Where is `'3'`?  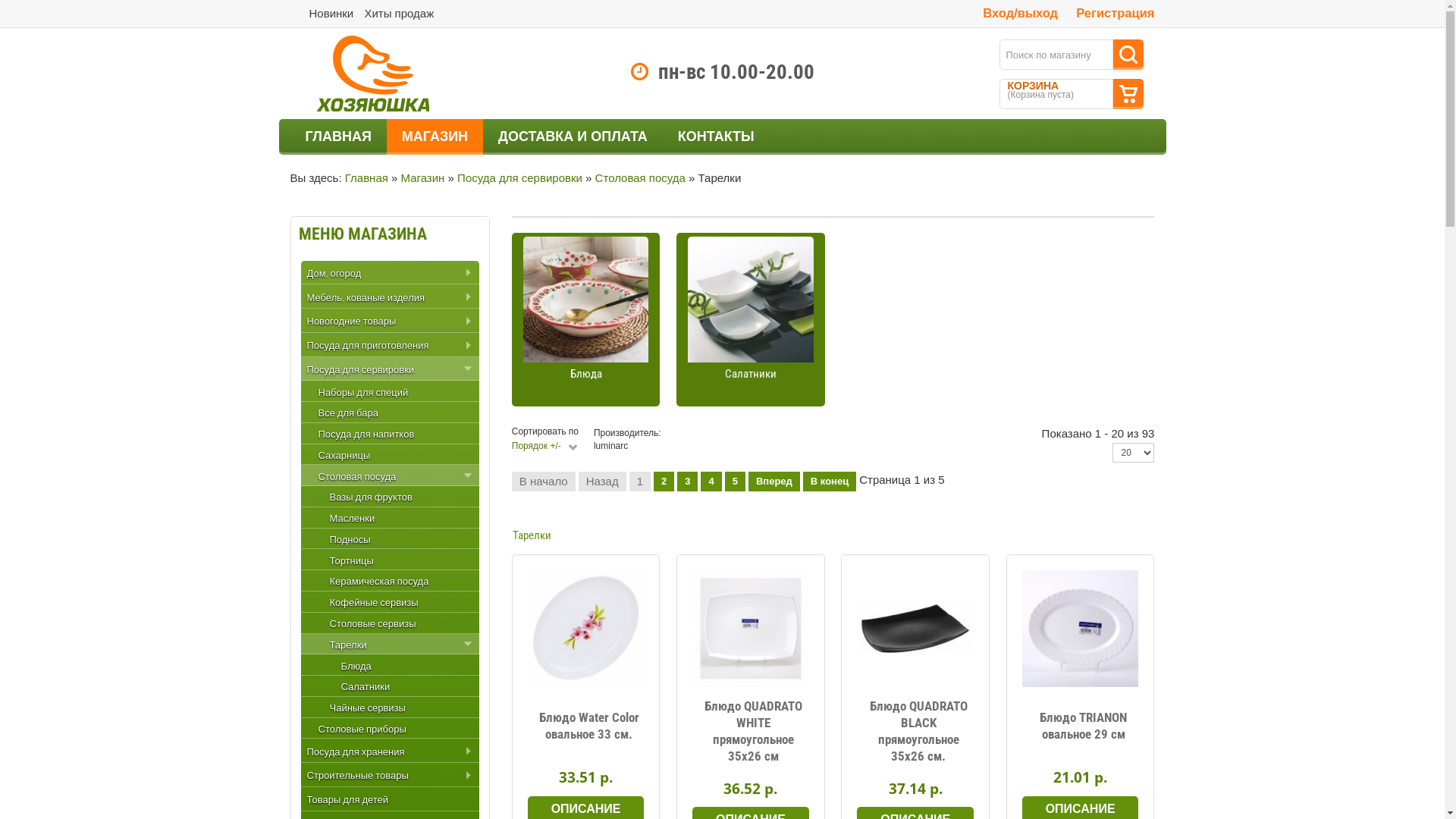
'3' is located at coordinates (686, 482).